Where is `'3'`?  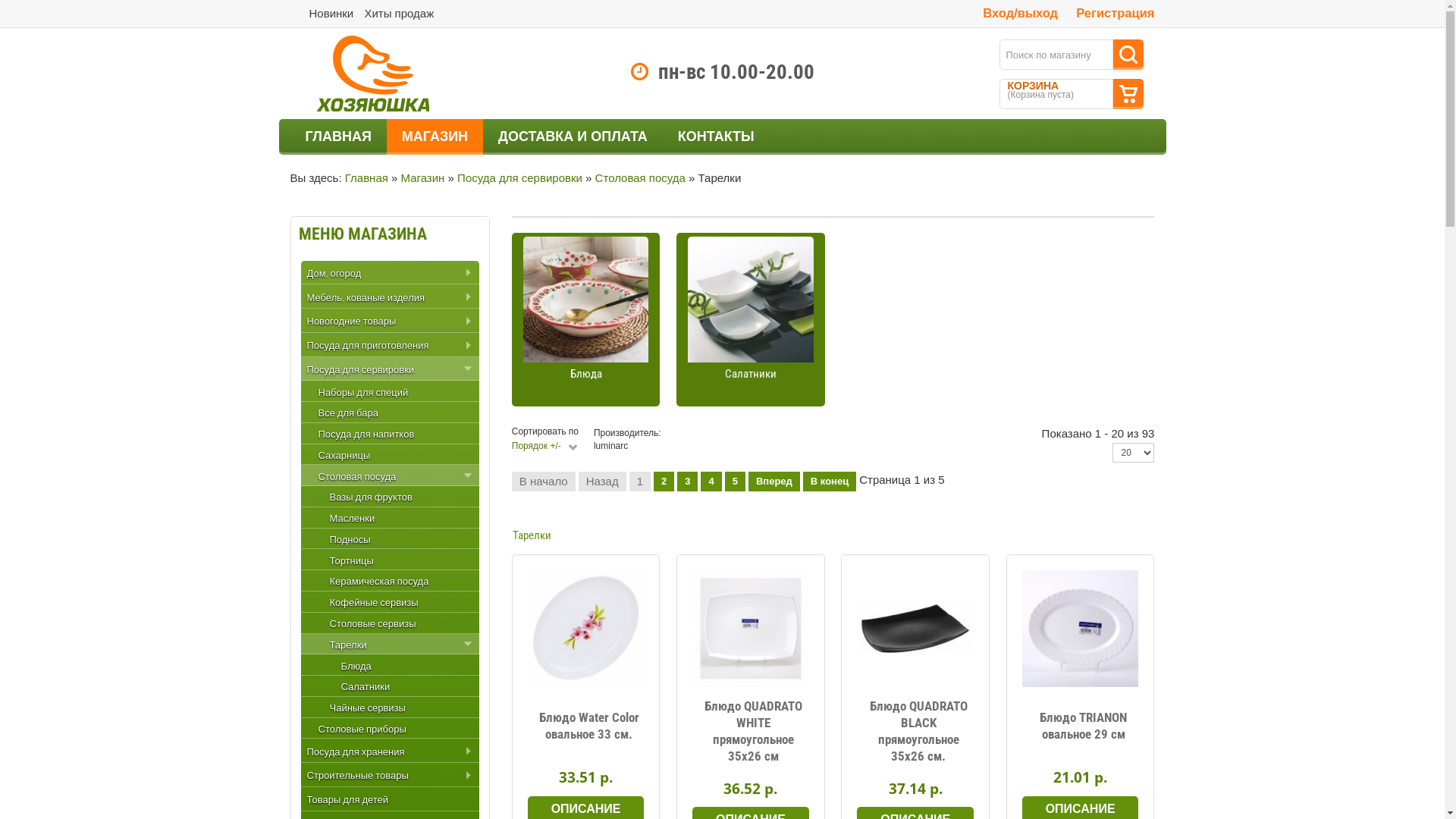
'3' is located at coordinates (686, 482).